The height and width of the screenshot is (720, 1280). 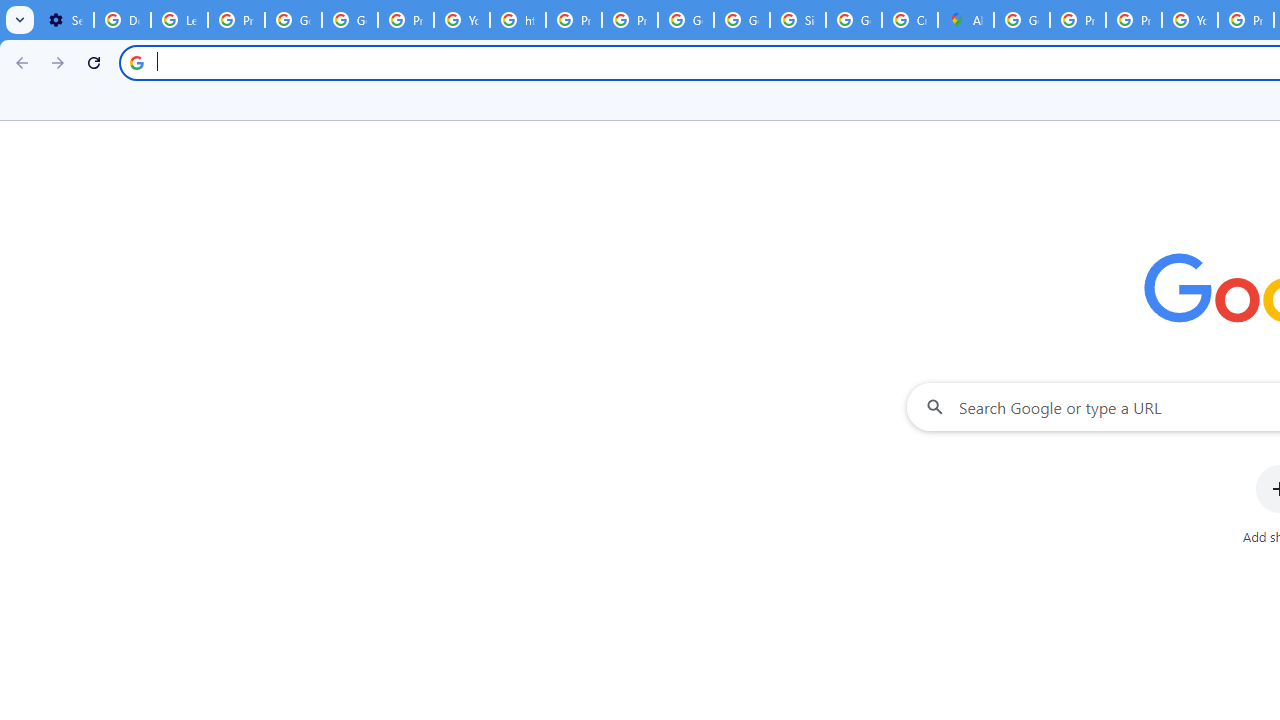 I want to click on 'Sign in - Google Accounts', so click(x=797, y=20).